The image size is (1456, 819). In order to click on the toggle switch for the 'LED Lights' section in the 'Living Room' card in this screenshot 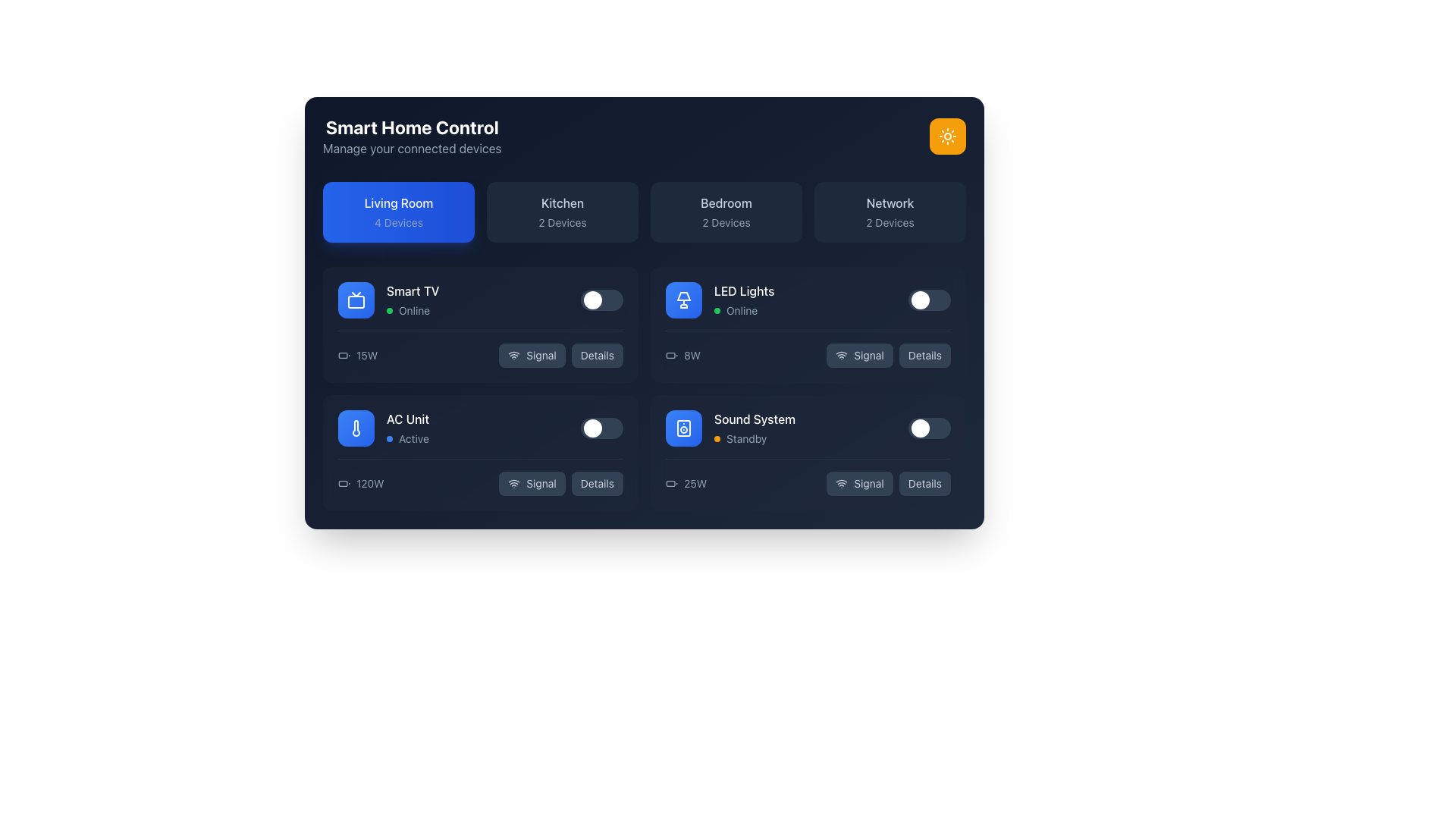, I will do `click(928, 300)`.